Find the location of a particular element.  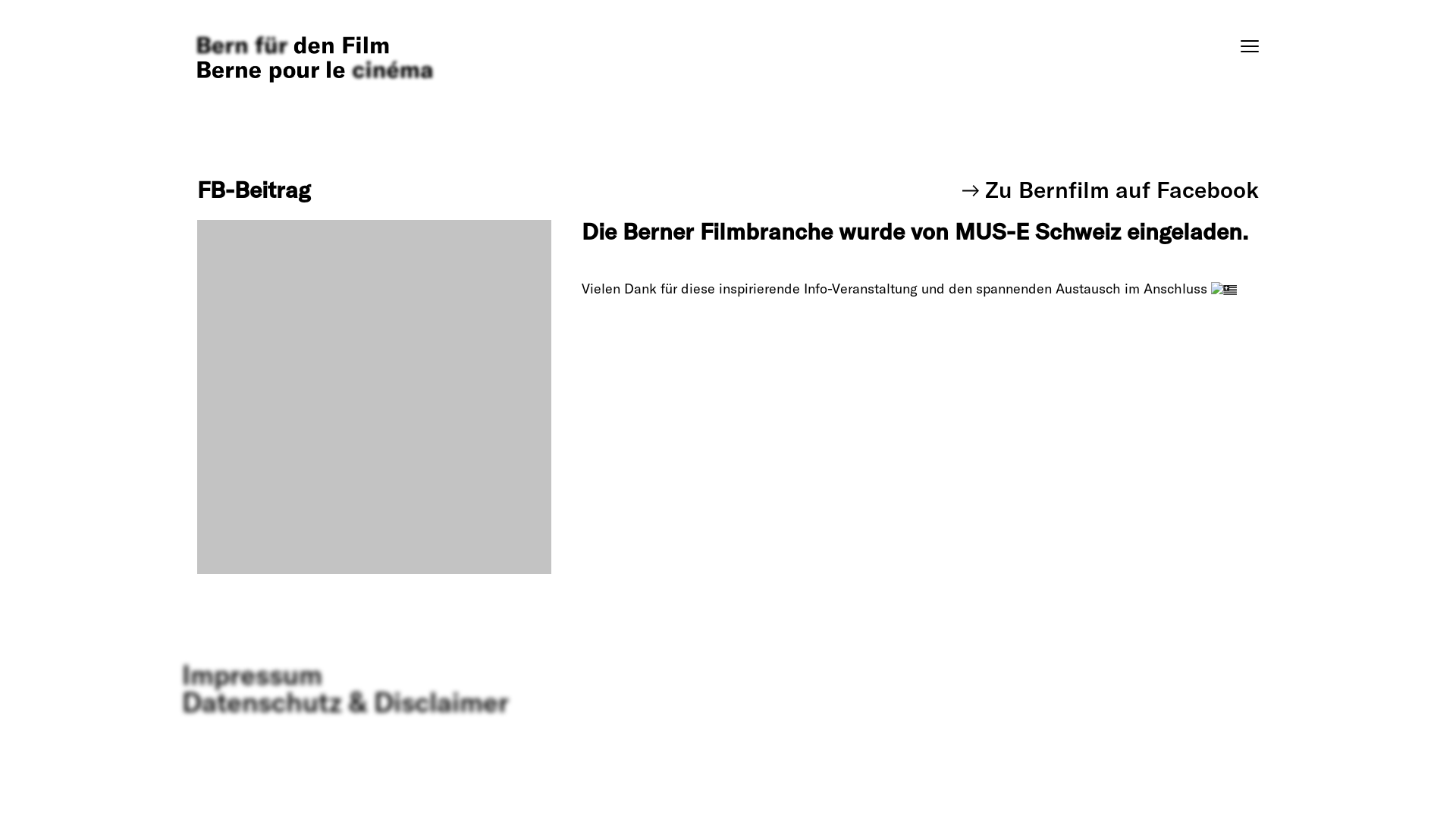

'Impressum' is located at coordinates (252, 673).